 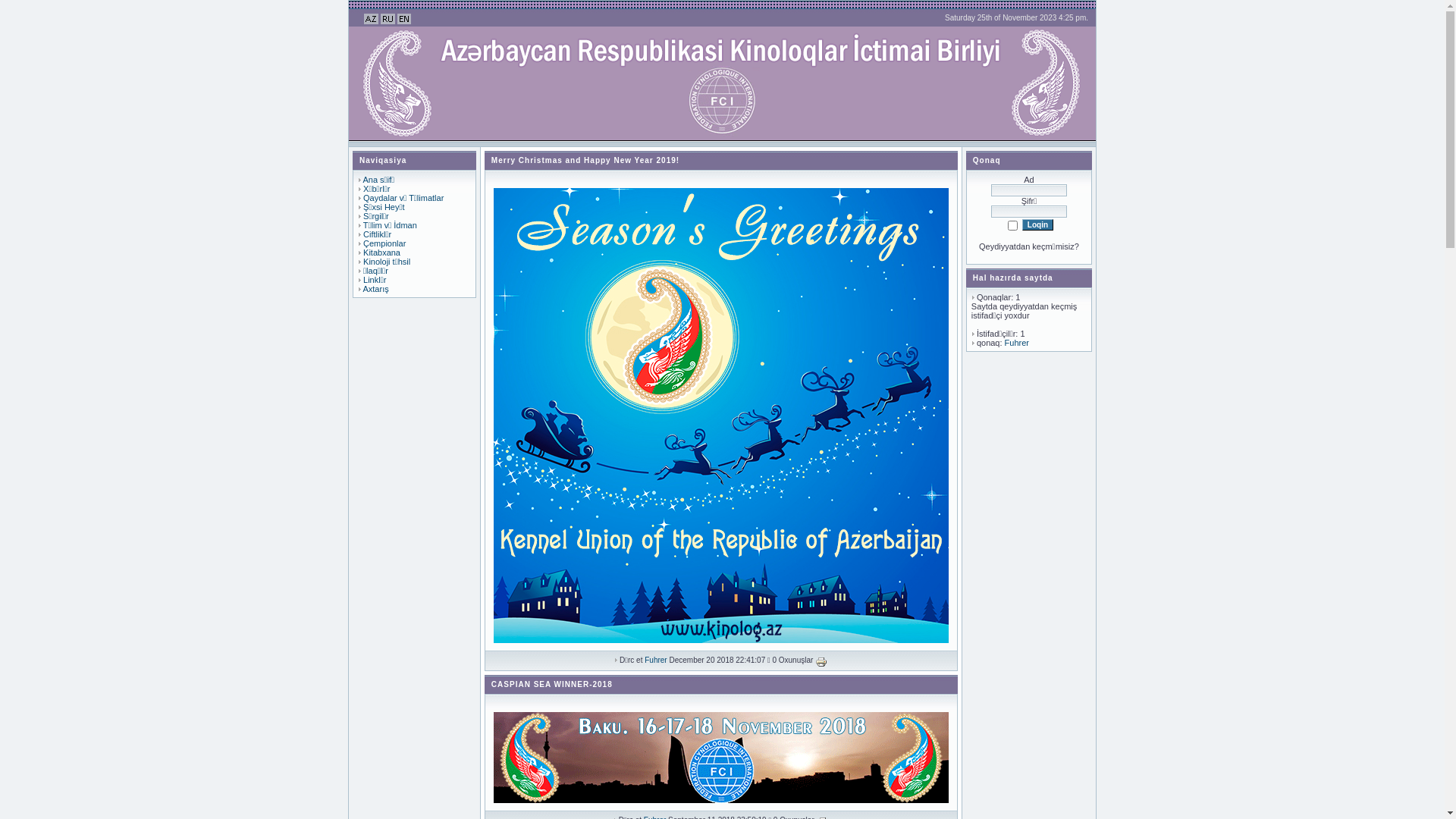 What do you see at coordinates (1037, 224) in the screenshot?
I see `'Loqin'` at bounding box center [1037, 224].